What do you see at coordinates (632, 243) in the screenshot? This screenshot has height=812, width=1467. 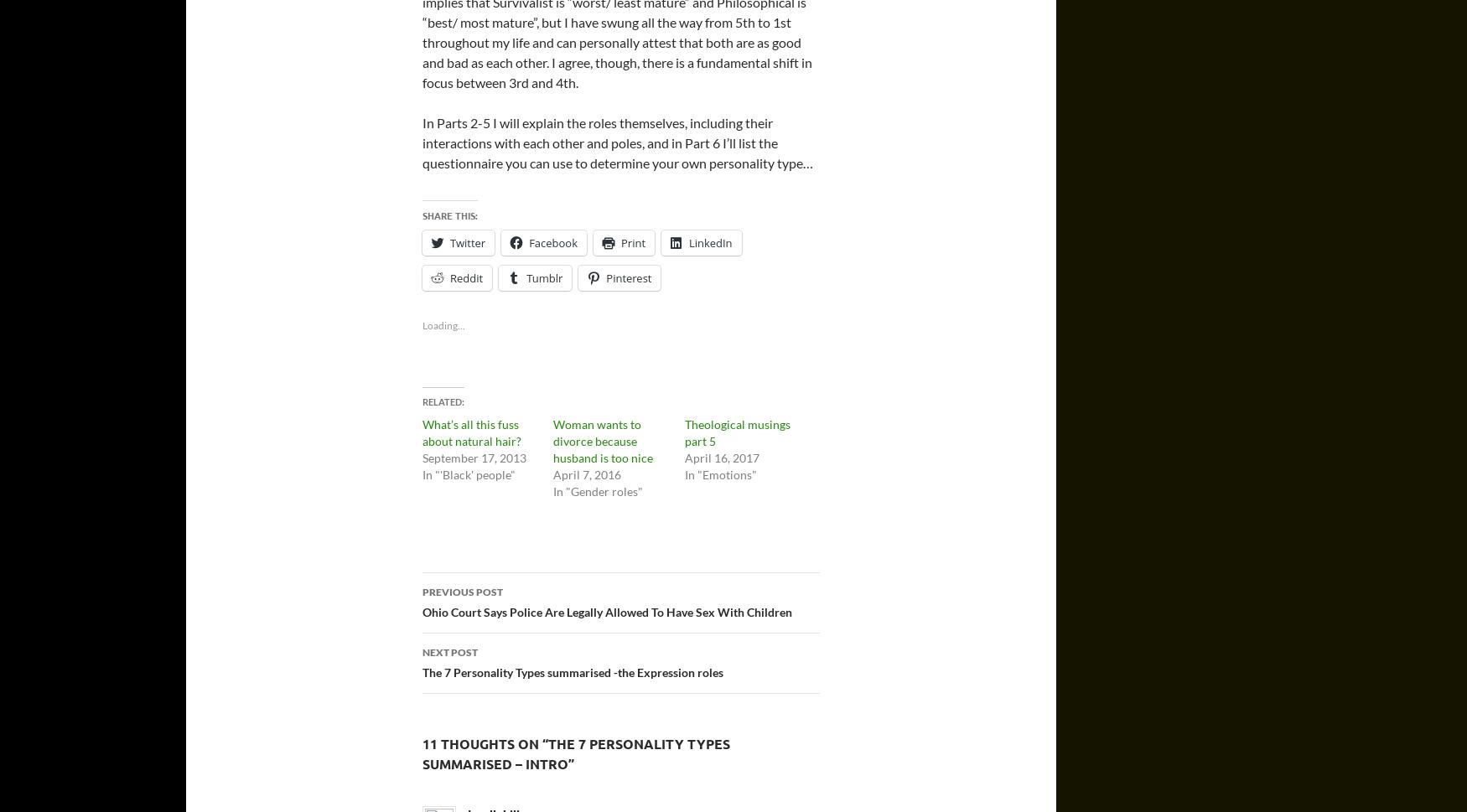 I see `'Print'` at bounding box center [632, 243].